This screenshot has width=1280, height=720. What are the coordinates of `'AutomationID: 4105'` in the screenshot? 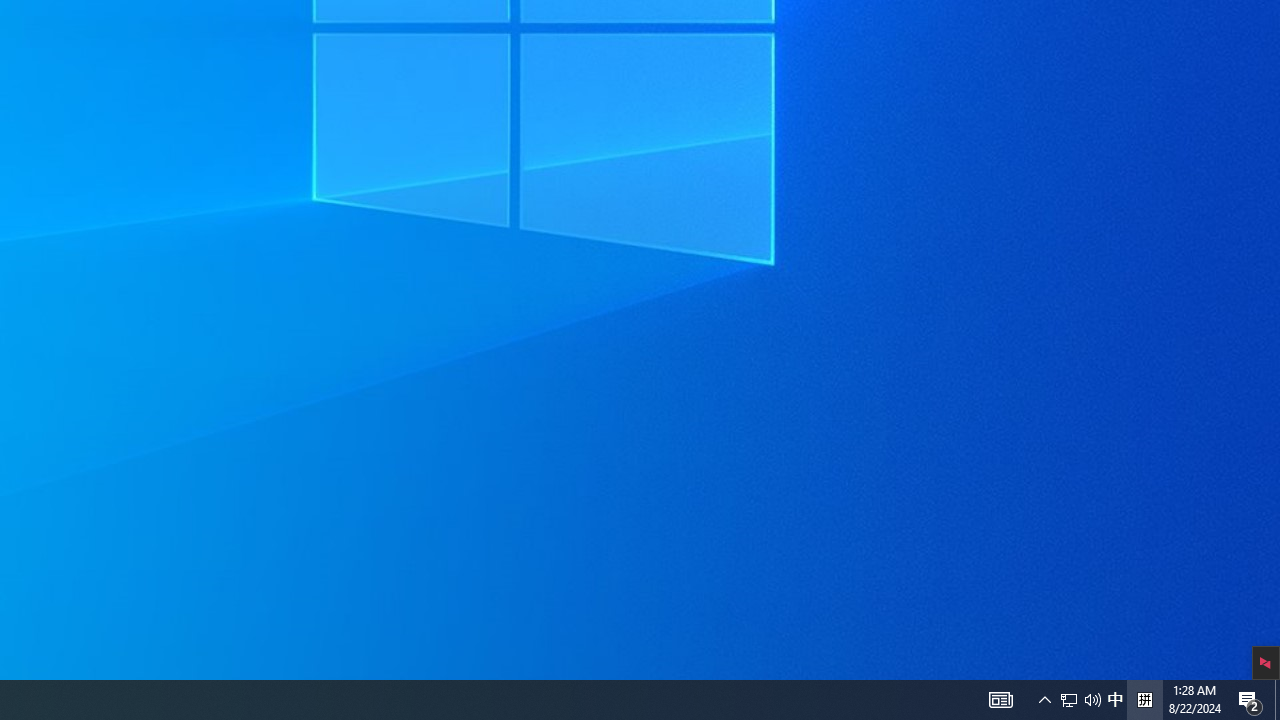 It's located at (1044, 698).